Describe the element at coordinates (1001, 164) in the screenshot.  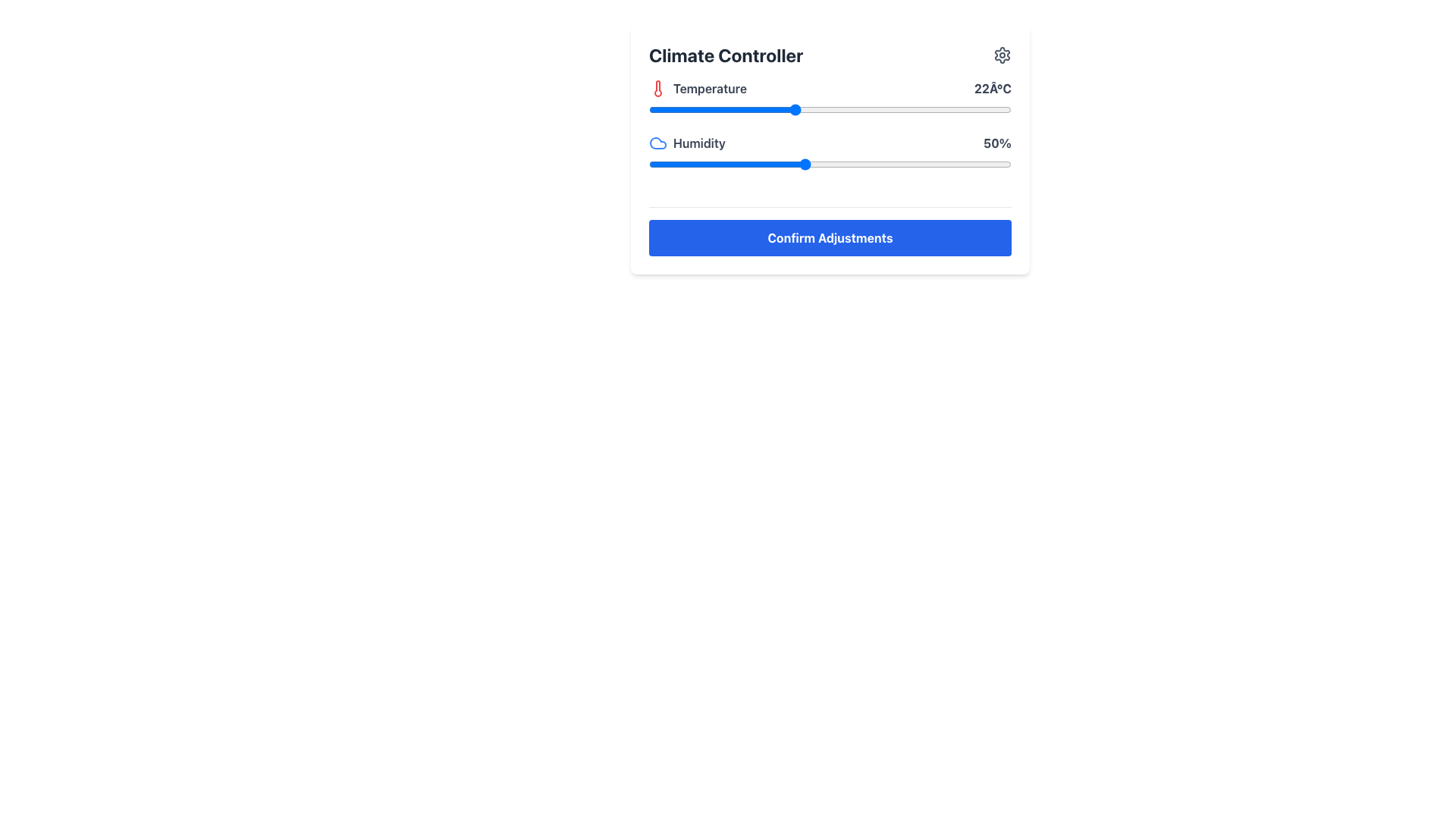
I see `humidity` at that location.